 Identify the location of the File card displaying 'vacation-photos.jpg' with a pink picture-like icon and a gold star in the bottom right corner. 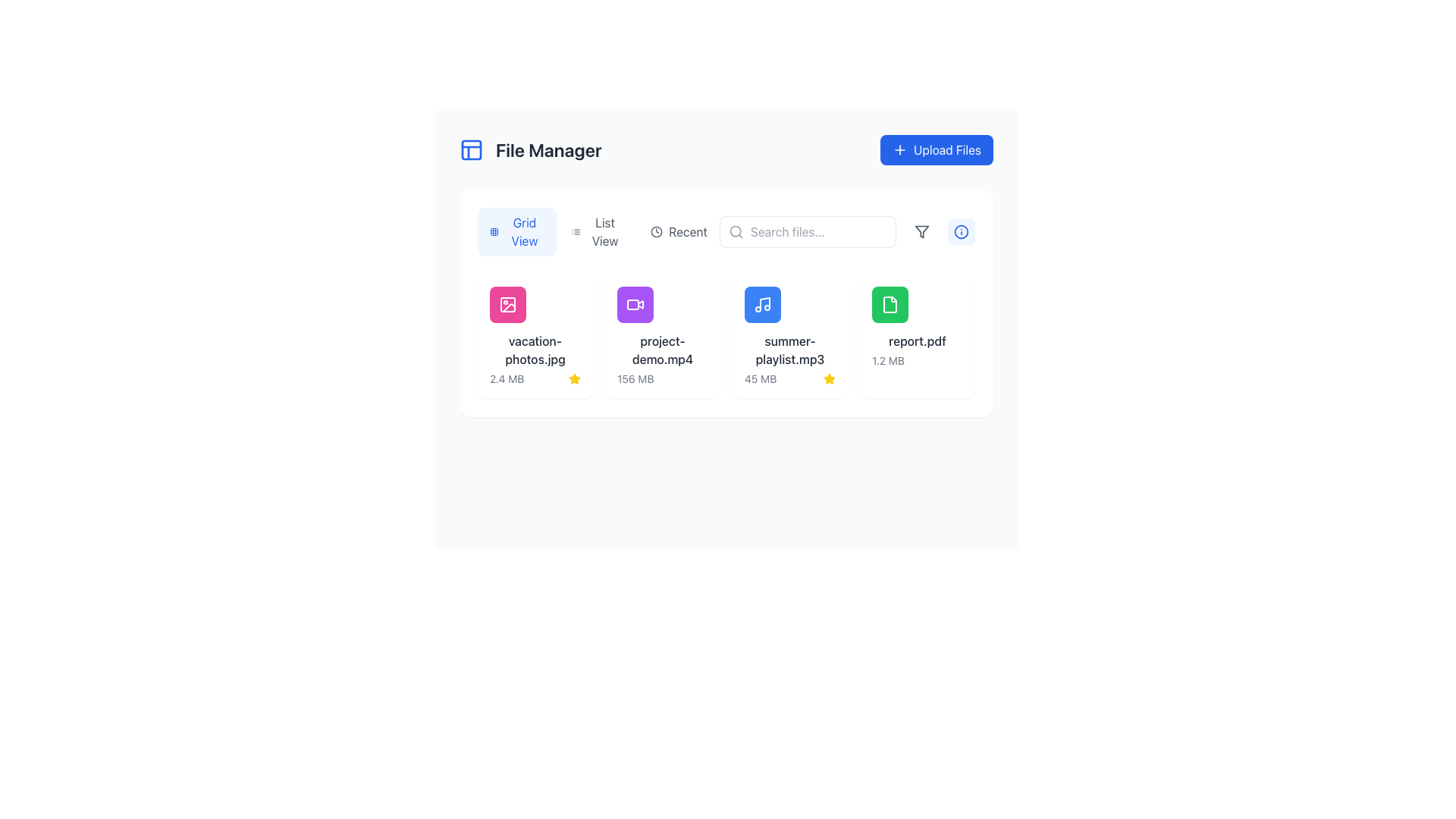
(535, 335).